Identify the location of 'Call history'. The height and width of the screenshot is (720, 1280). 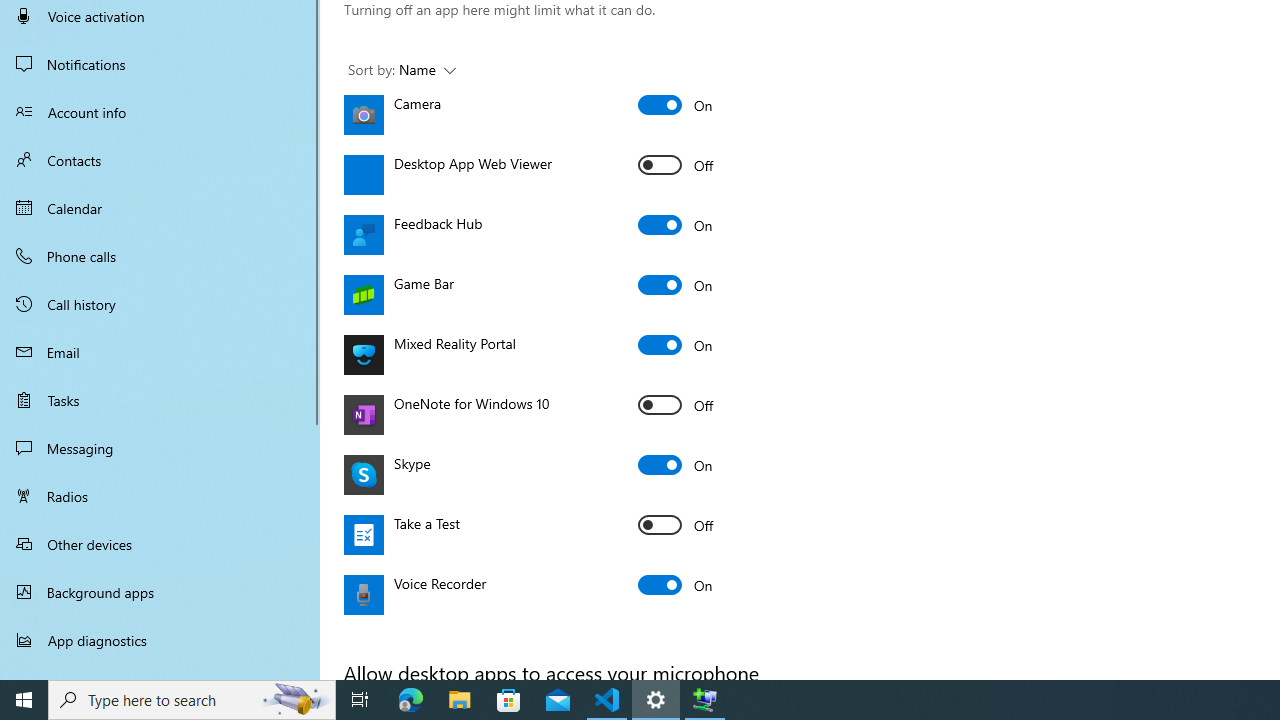
(160, 304).